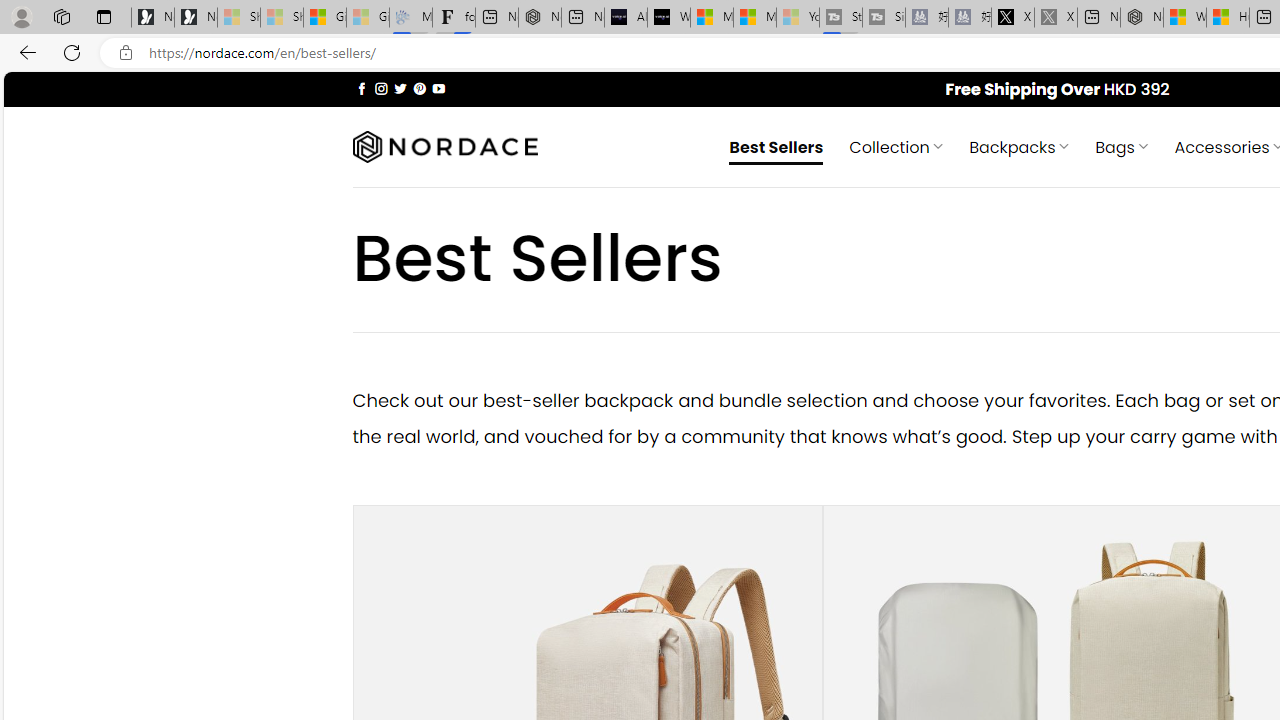 Image resolution: width=1280 pixels, height=720 pixels. What do you see at coordinates (775, 145) in the screenshot?
I see `'  Best Sellers'` at bounding box center [775, 145].